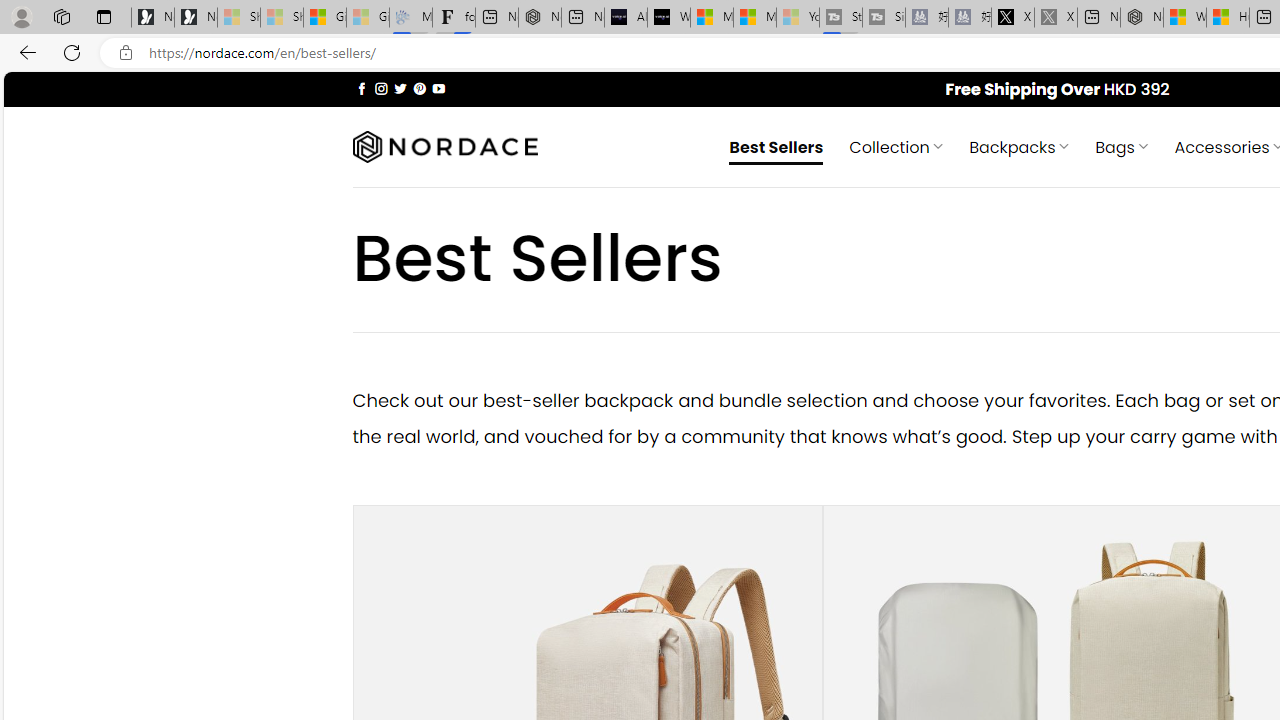 Image resolution: width=1280 pixels, height=720 pixels. What do you see at coordinates (775, 145) in the screenshot?
I see `'  Best Sellers'` at bounding box center [775, 145].